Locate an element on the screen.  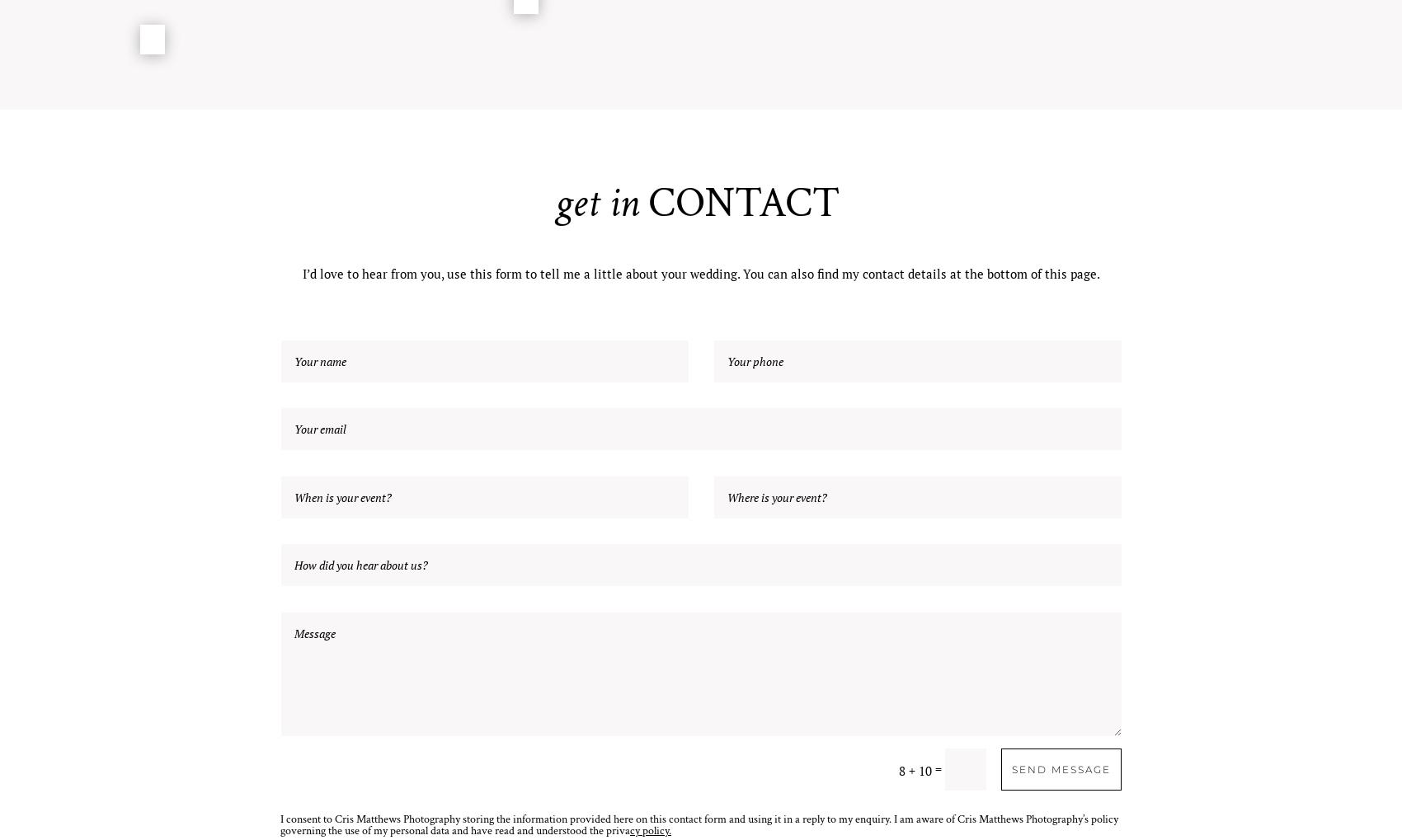
'get in' is located at coordinates (596, 204).